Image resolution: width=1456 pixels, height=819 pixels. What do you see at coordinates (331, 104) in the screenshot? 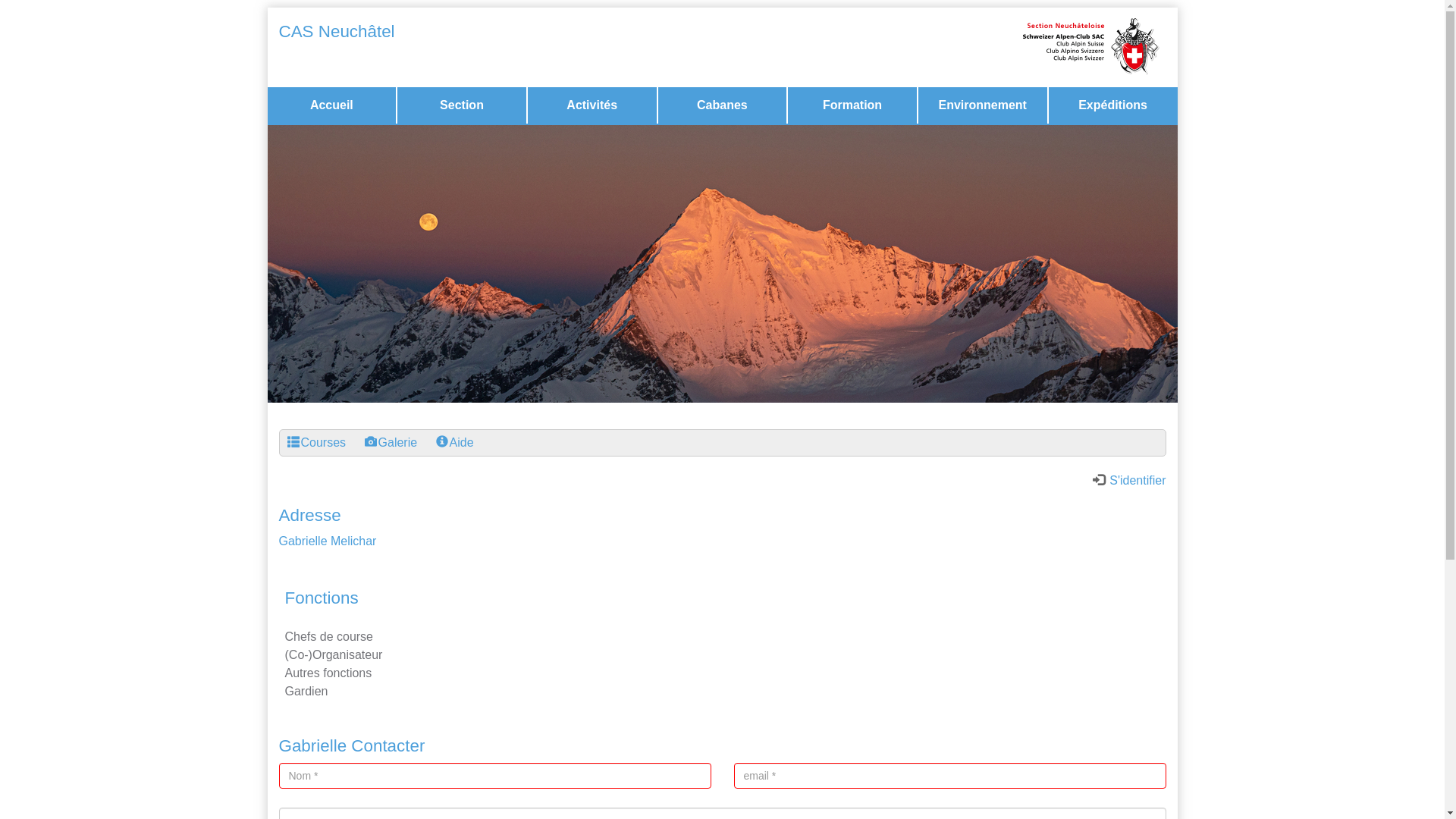
I see `'Accueil'` at bounding box center [331, 104].